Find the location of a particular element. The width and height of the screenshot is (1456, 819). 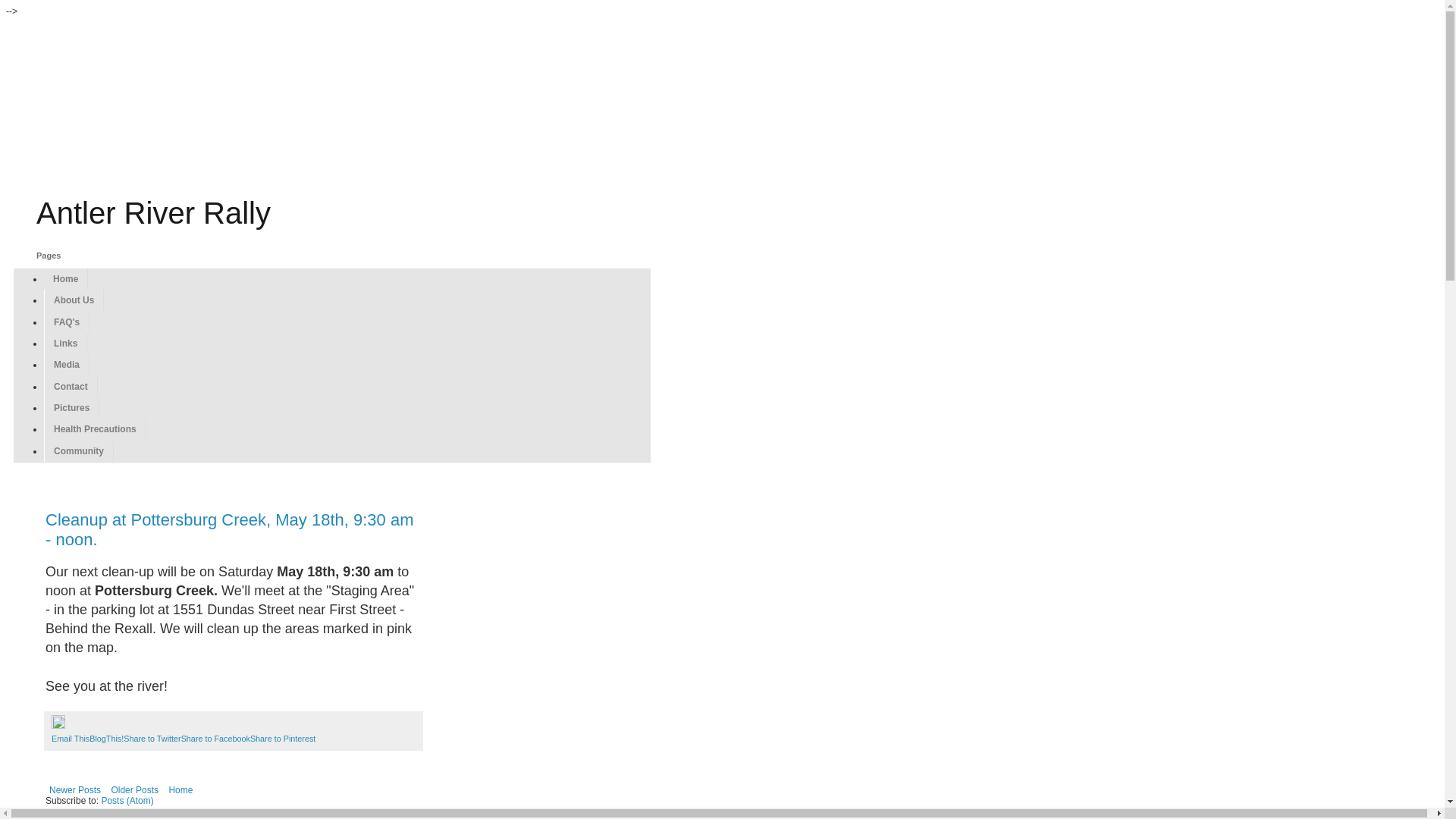

'About Us' is located at coordinates (73, 300).